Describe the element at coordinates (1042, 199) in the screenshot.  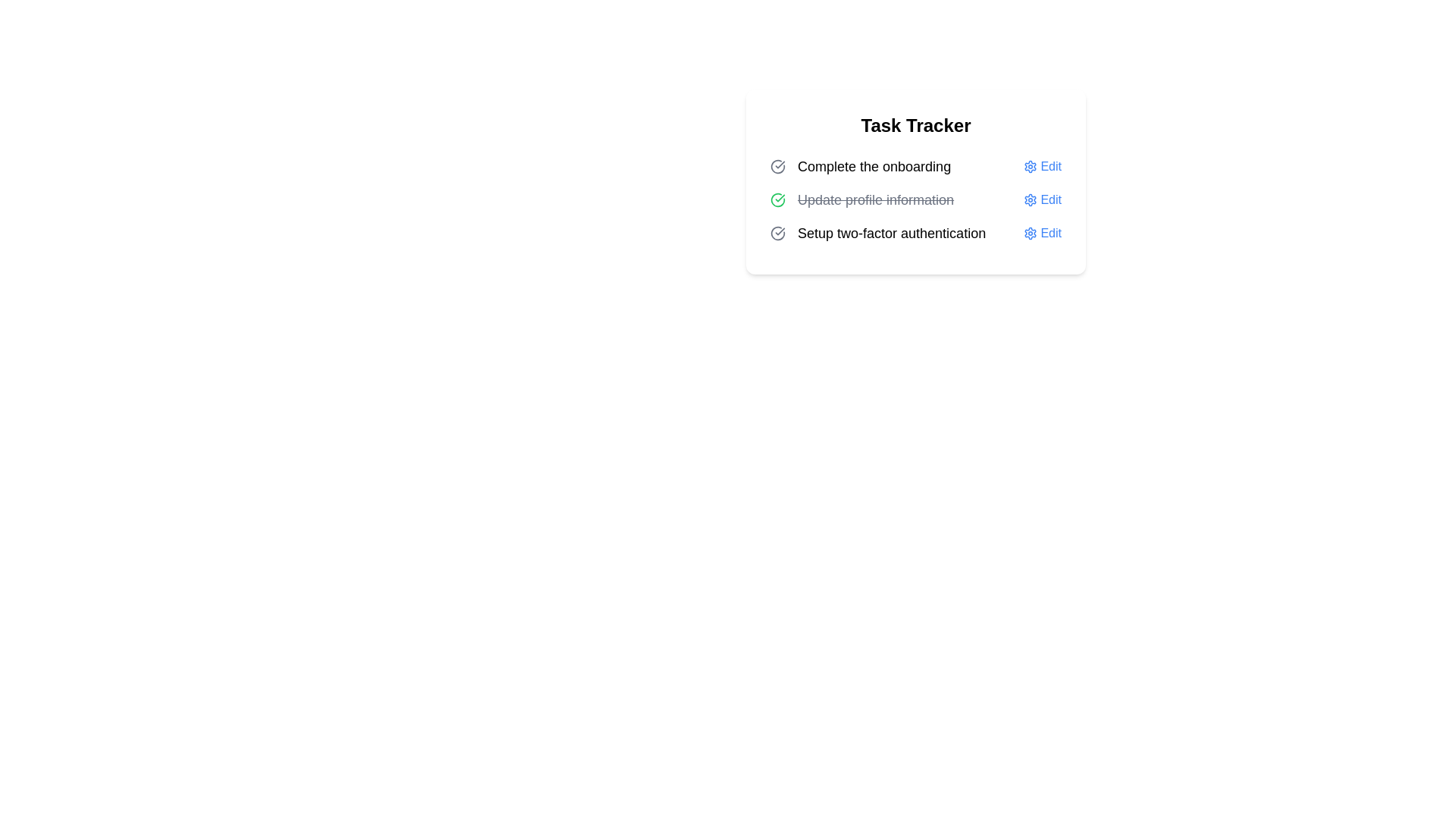
I see `the 'Edit' button for the task 'Update profile information'` at that location.